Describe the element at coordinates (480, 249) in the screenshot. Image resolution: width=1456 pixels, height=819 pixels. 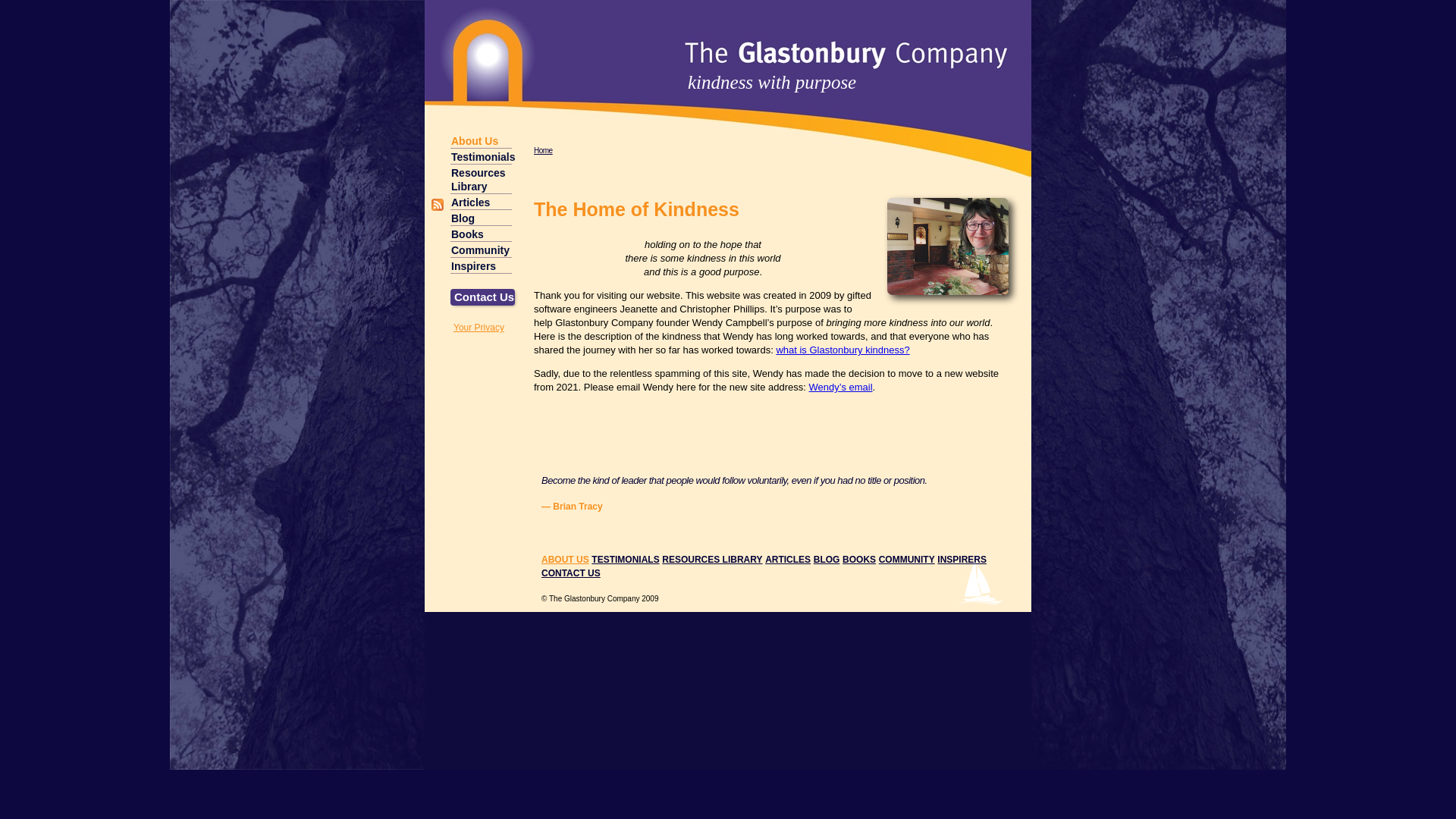
I see `'Community'` at that location.